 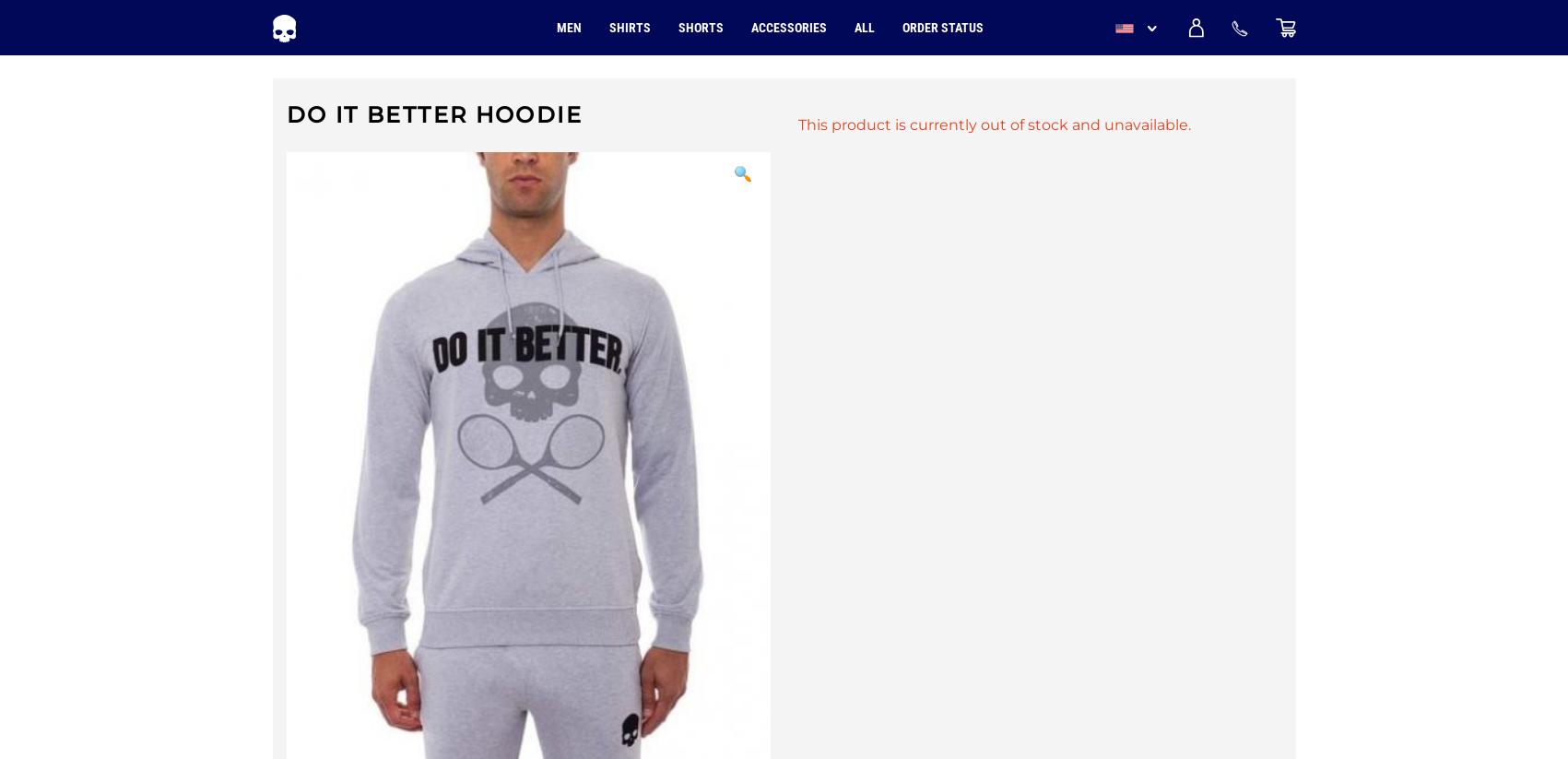 I want to click on 'This product is currently out of stock and unavailable.', so click(x=796, y=125).